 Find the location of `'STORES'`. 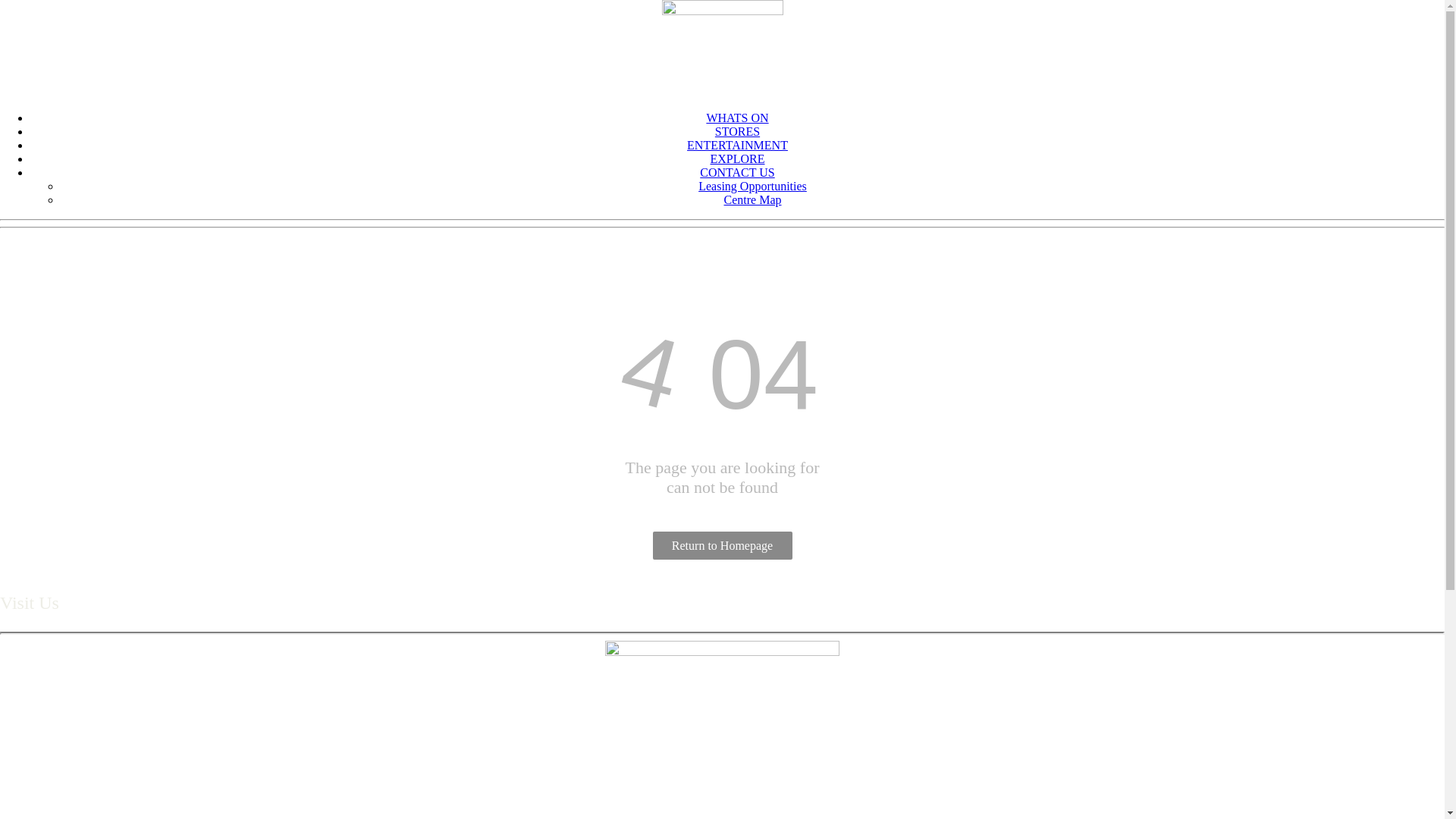

'STORES' is located at coordinates (737, 130).